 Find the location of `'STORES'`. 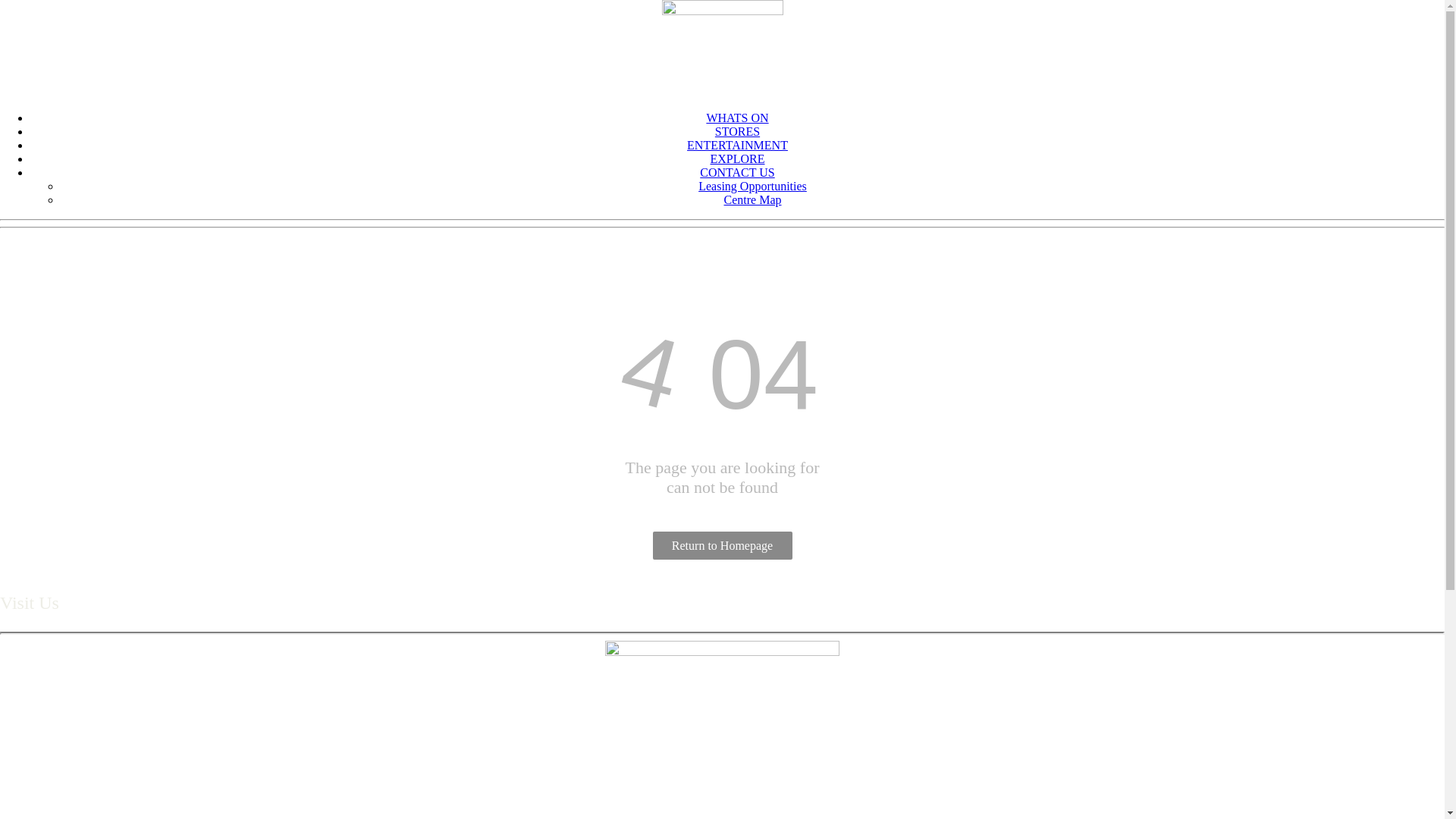

'STORES' is located at coordinates (737, 130).